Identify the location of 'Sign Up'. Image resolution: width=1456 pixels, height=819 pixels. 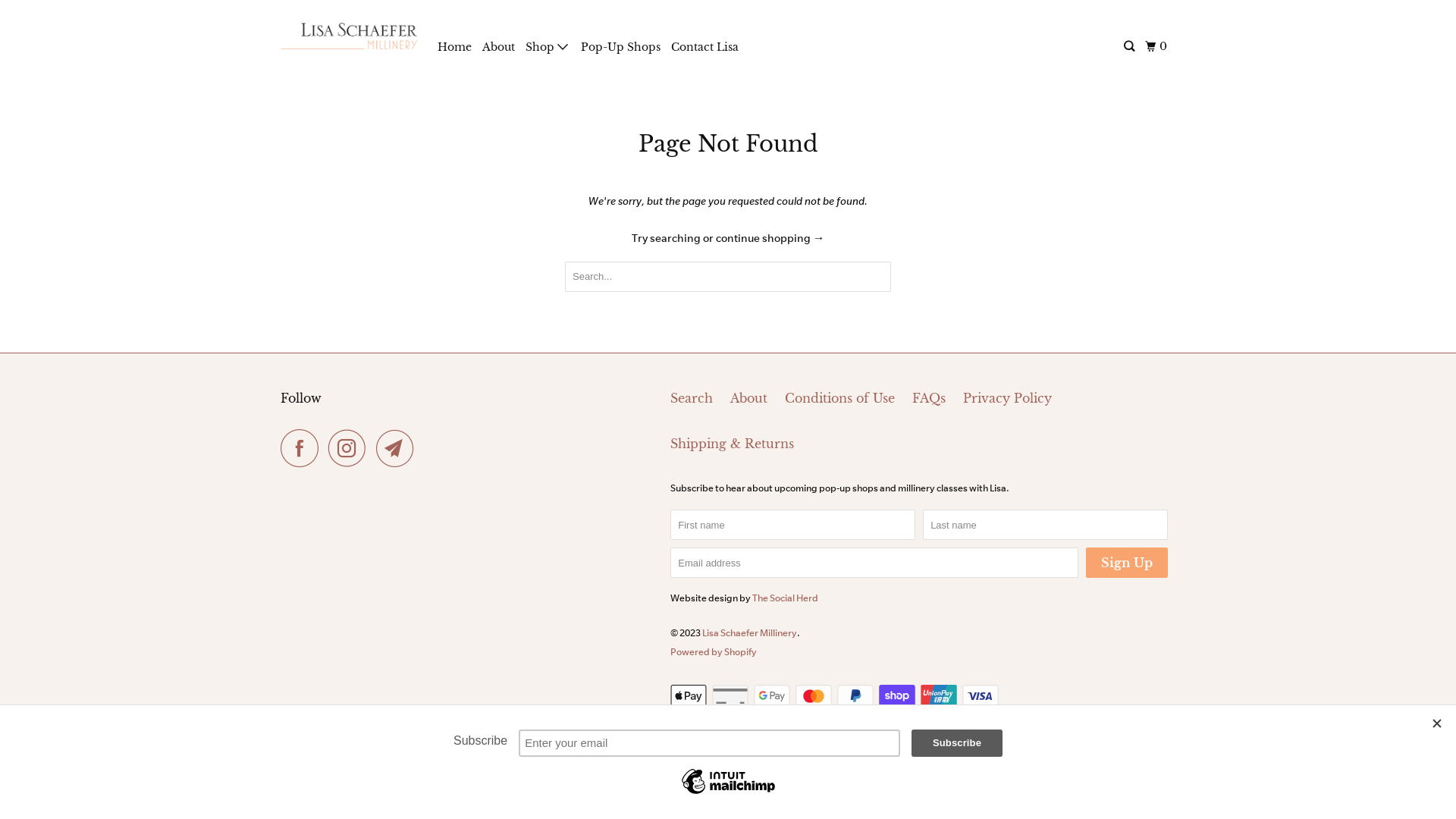
(1127, 562).